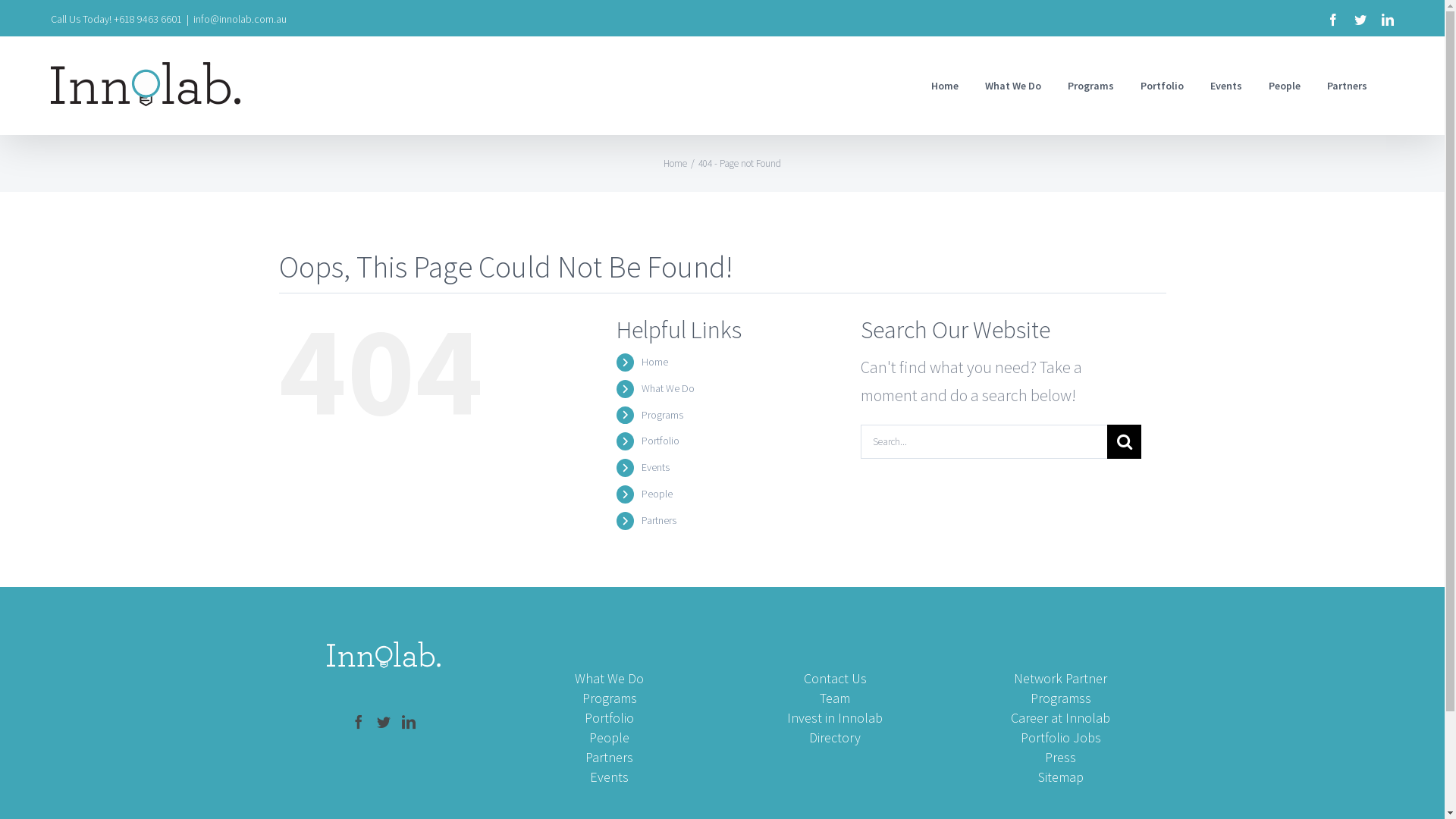  I want to click on 'Portfolio', so click(1161, 85).